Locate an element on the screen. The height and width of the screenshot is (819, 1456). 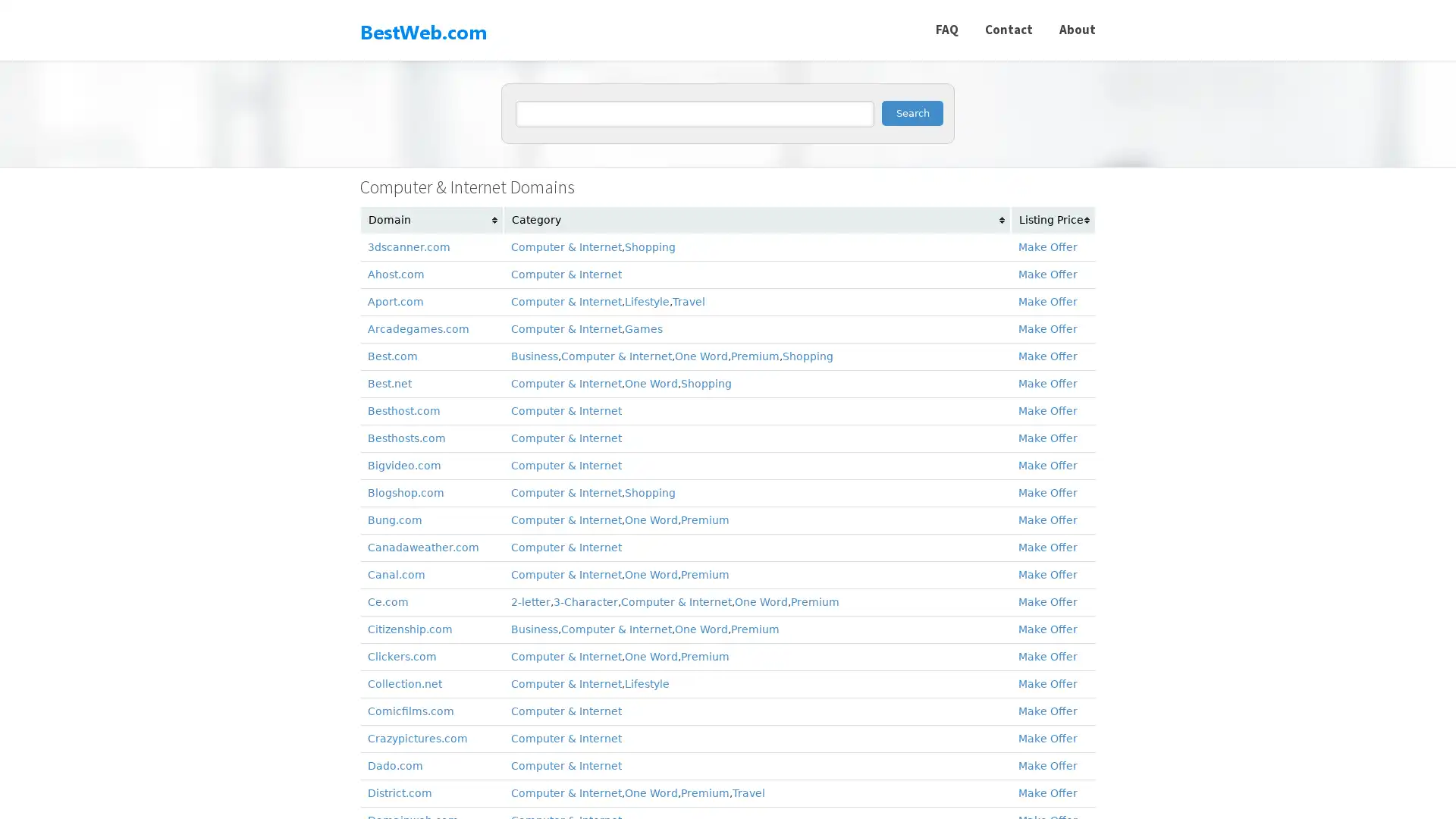
Search is located at coordinates (912, 112).